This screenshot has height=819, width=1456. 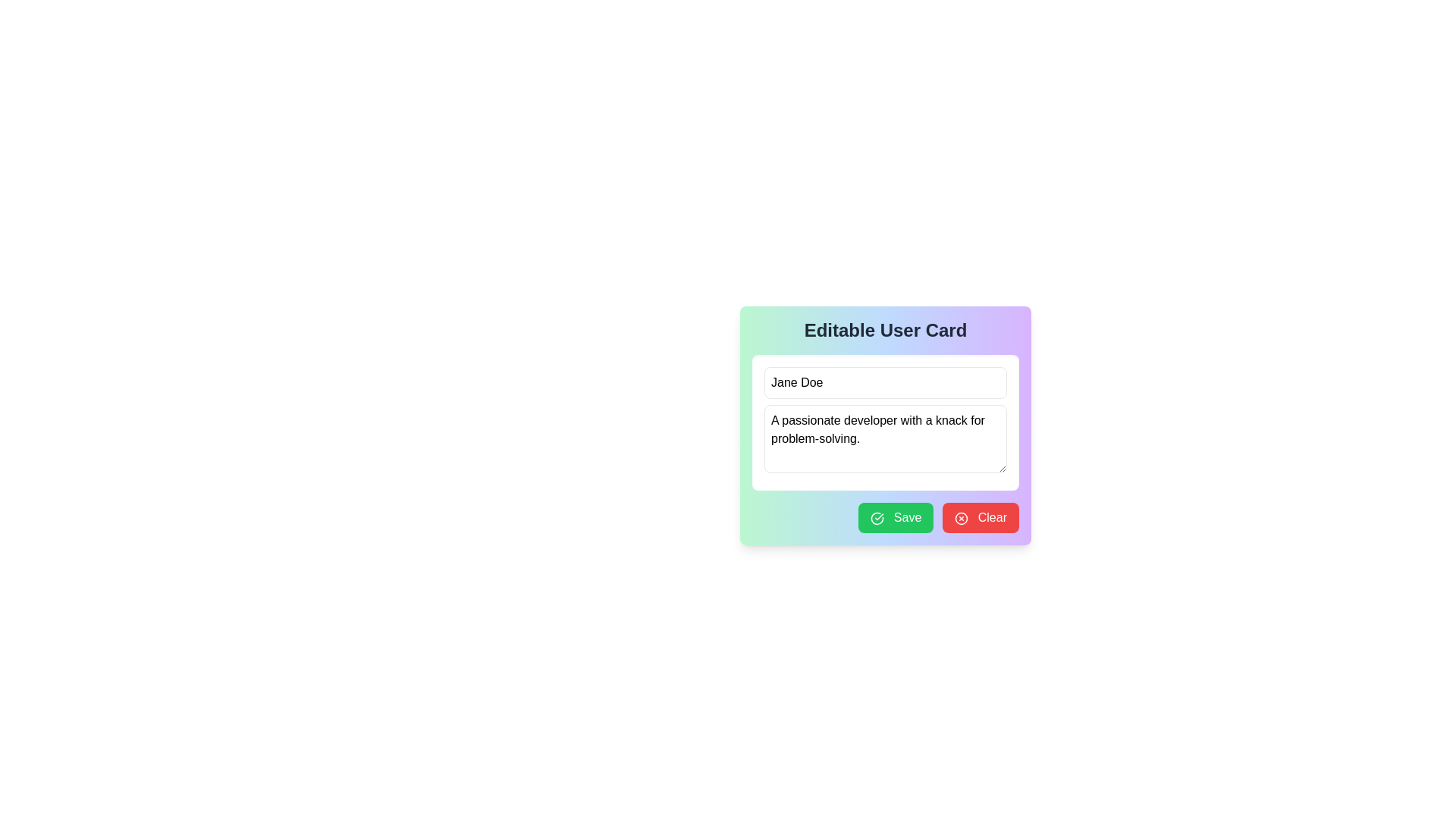 I want to click on the 'Save' button with a green background and a white checkmark icon, so click(x=896, y=516).